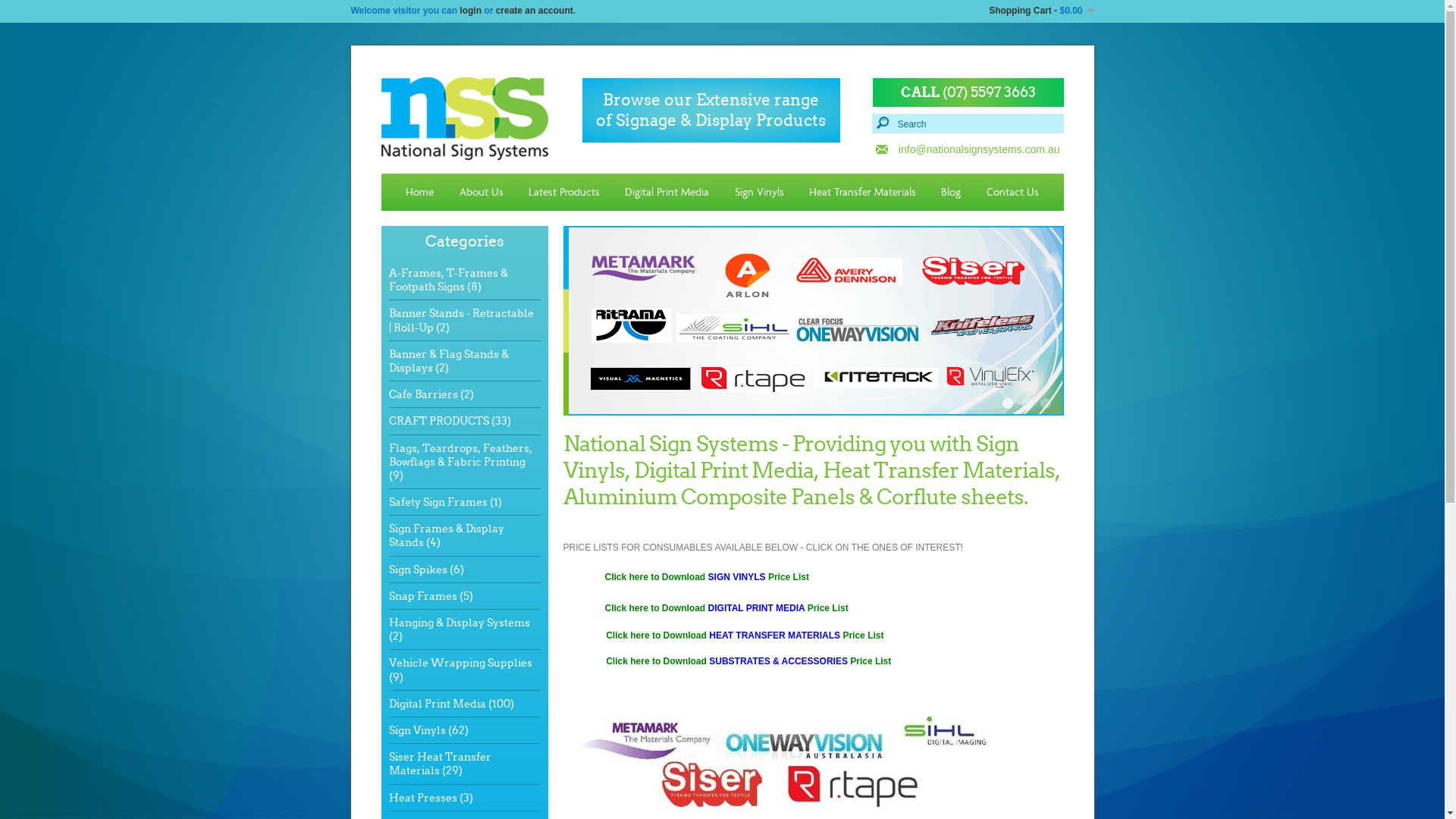 Image resolution: width=1456 pixels, height=819 pixels. What do you see at coordinates (563, 191) in the screenshot?
I see `'Latest Products'` at bounding box center [563, 191].